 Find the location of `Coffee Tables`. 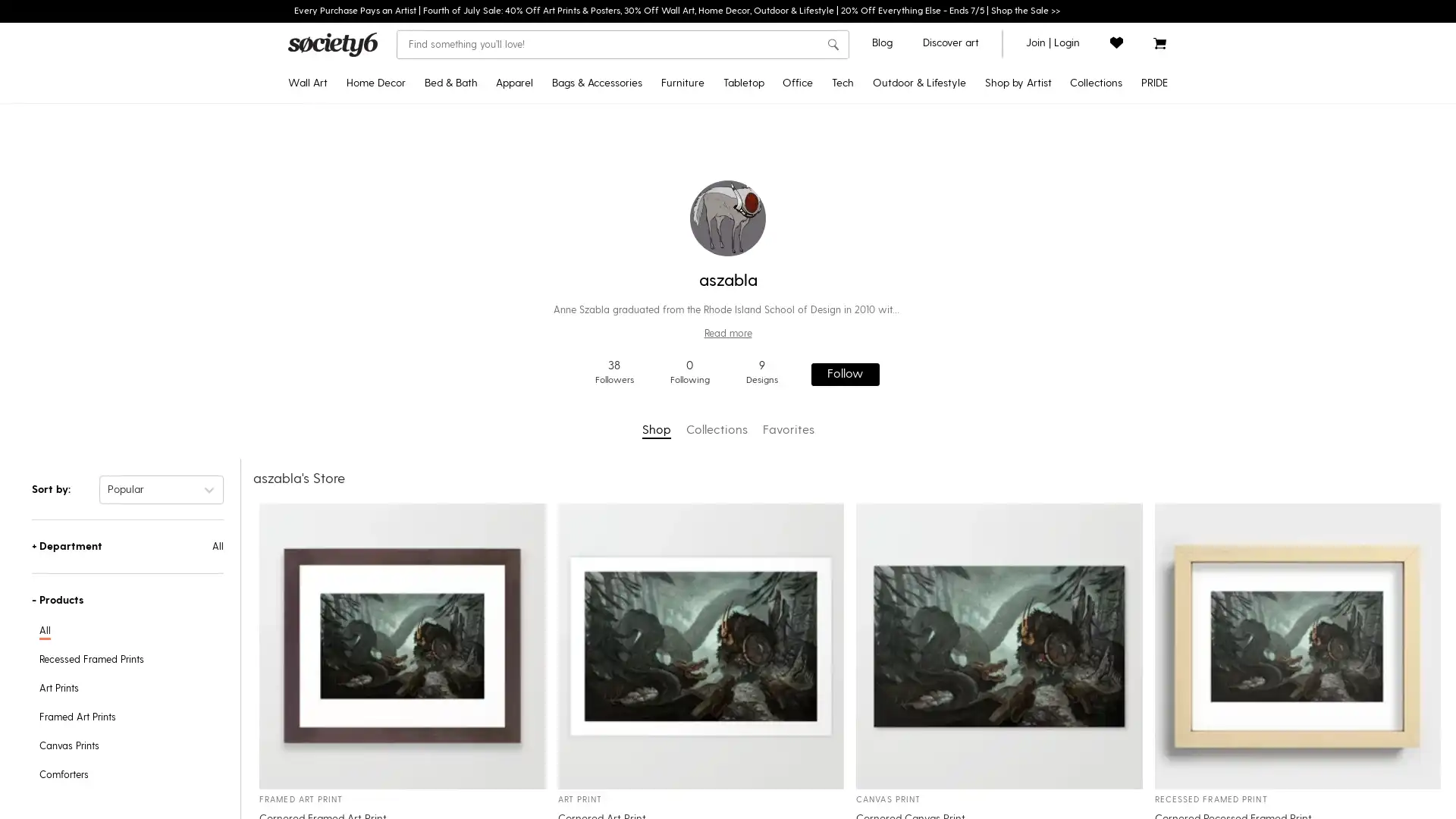

Coffee Tables is located at coordinates (708, 243).